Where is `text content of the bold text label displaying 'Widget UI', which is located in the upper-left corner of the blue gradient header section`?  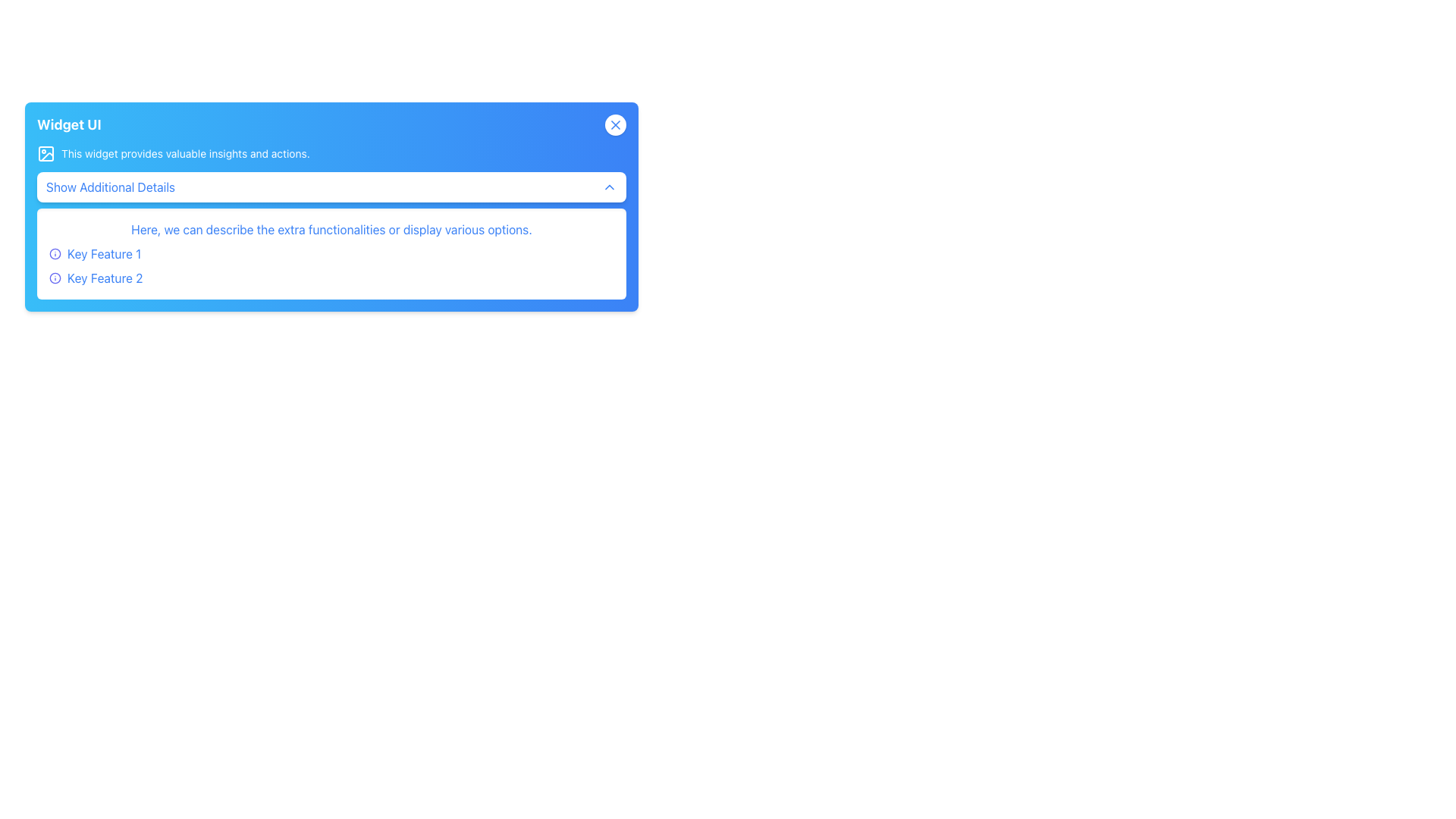
text content of the bold text label displaying 'Widget UI', which is located in the upper-left corner of the blue gradient header section is located at coordinates (68, 124).